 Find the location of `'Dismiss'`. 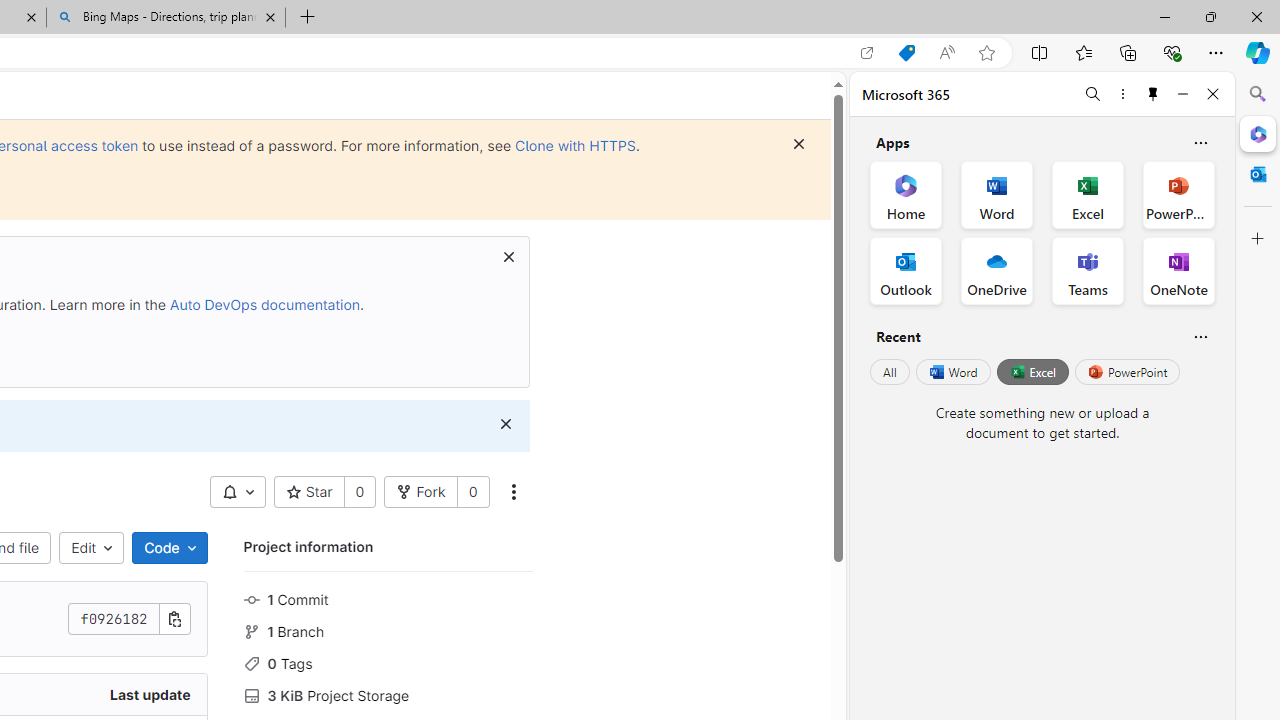

'Dismiss' is located at coordinates (505, 423).